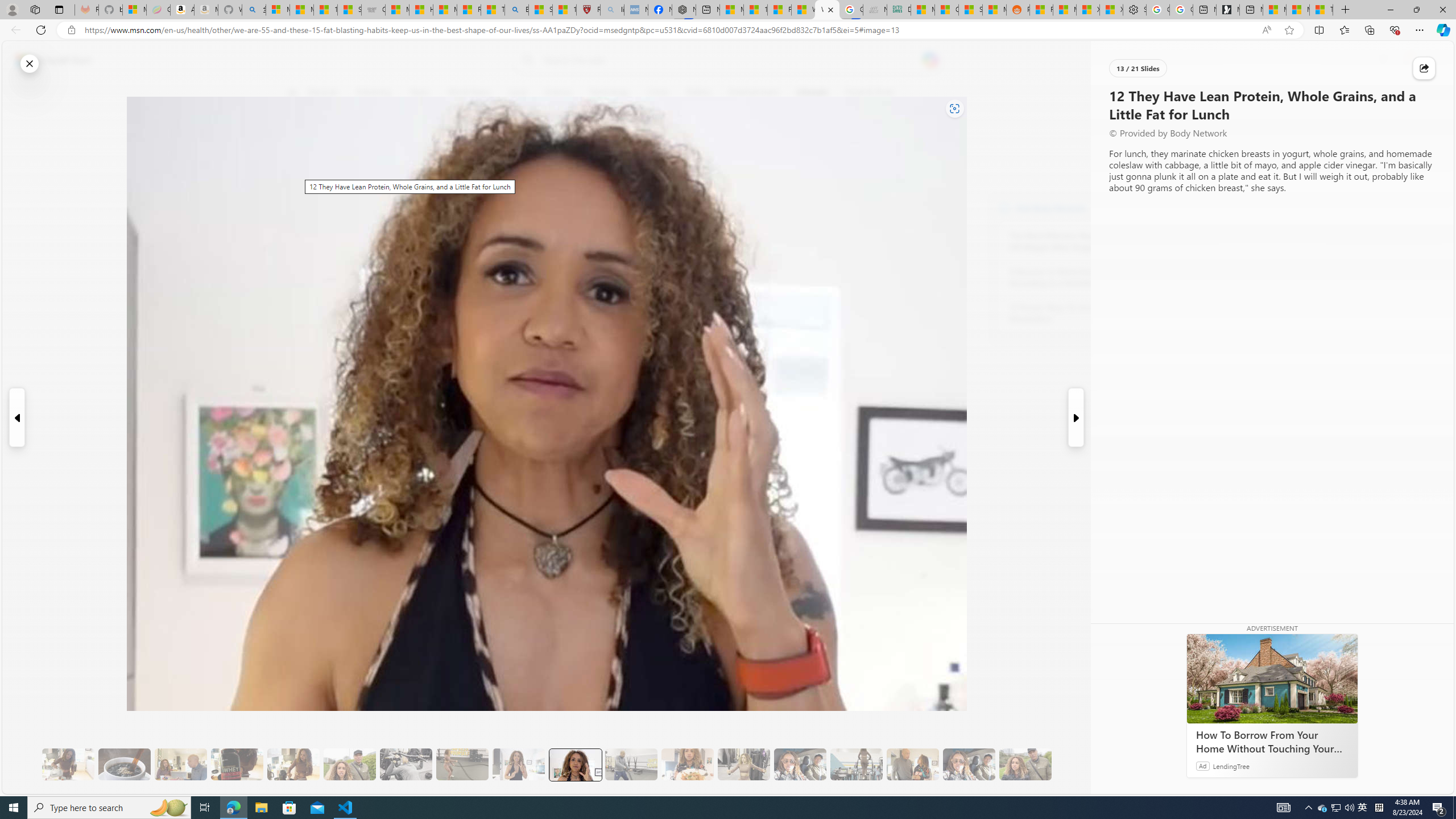  I want to click on '8 Be Mindful of Coffee', so click(123, 764).